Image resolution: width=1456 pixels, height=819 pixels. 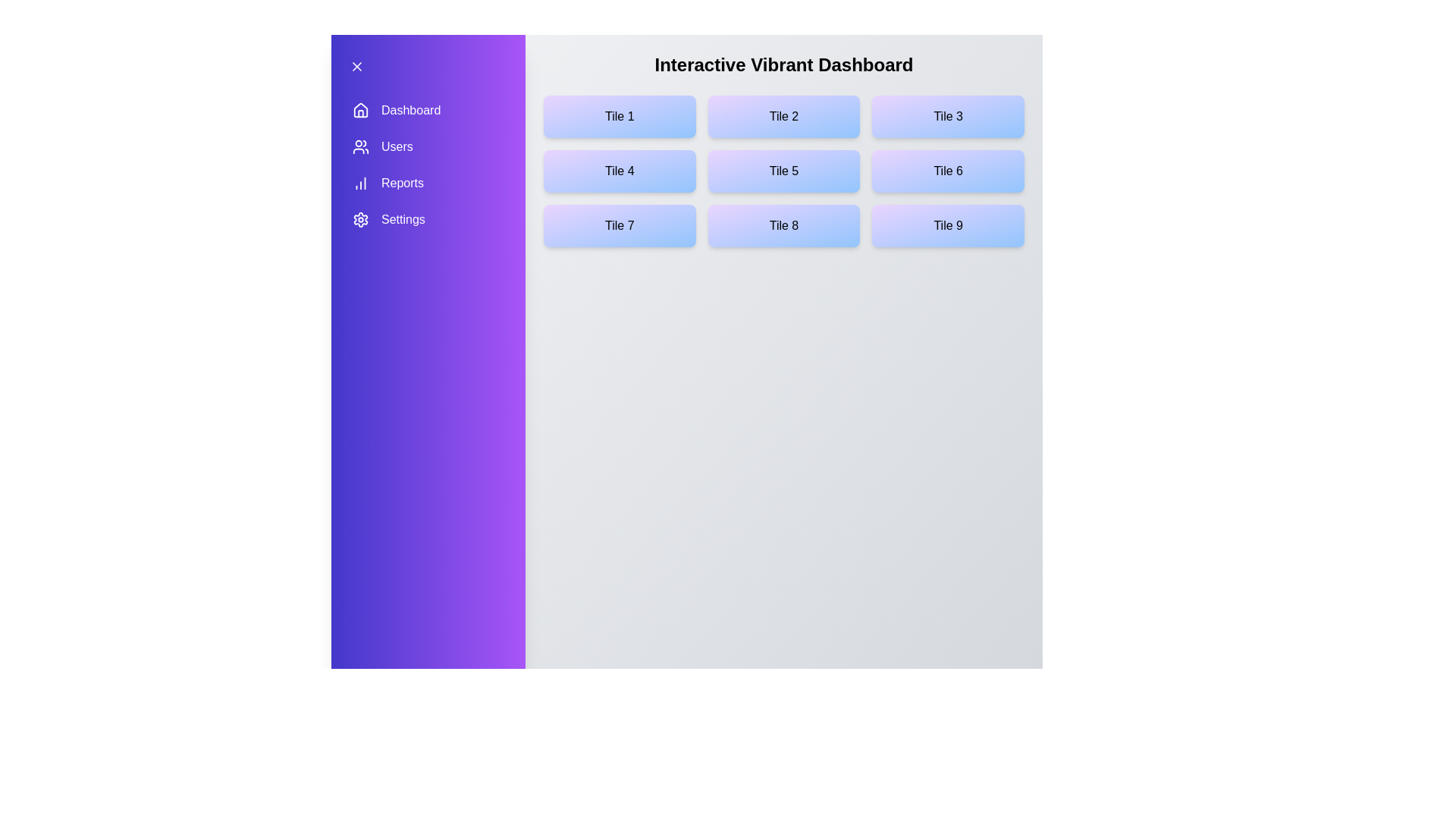 I want to click on the menu item Reports to navigate, so click(x=428, y=183).